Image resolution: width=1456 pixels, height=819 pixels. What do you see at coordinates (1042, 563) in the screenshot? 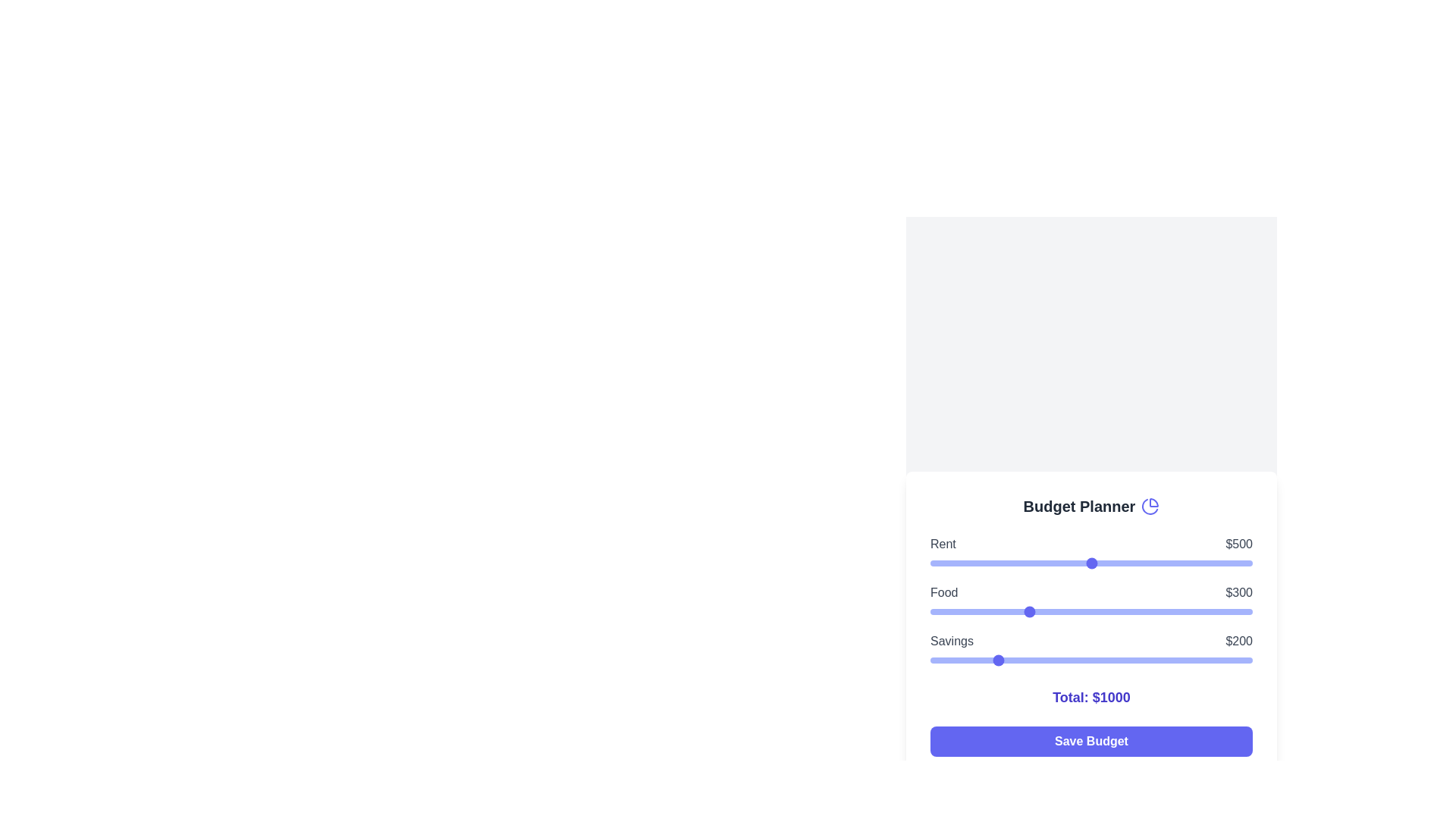
I see `the rent budget slider to 350` at bounding box center [1042, 563].